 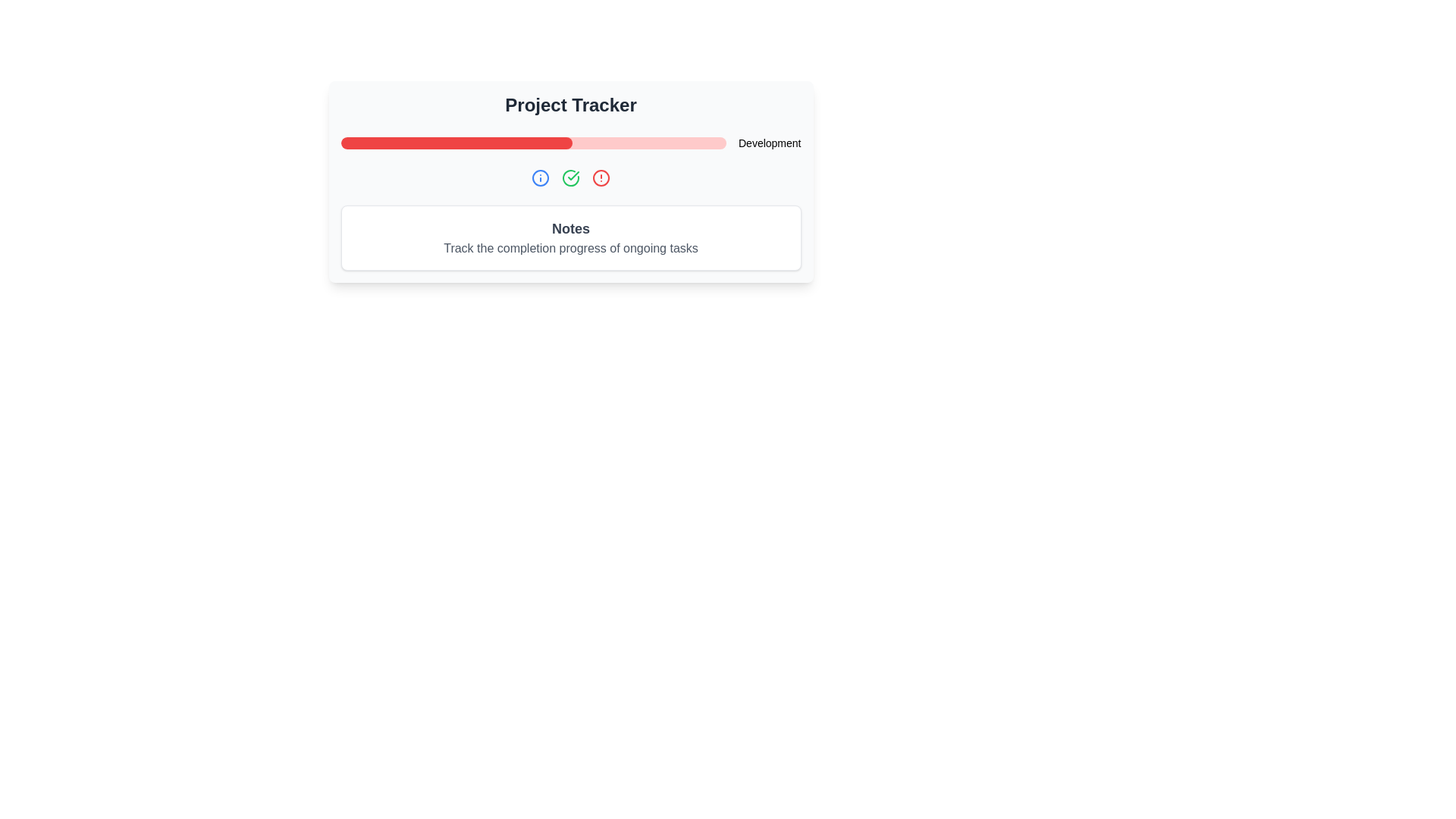 I want to click on the leftmost circular icon with a blue stroke and information symbol located below the progress bar, so click(x=541, y=177).